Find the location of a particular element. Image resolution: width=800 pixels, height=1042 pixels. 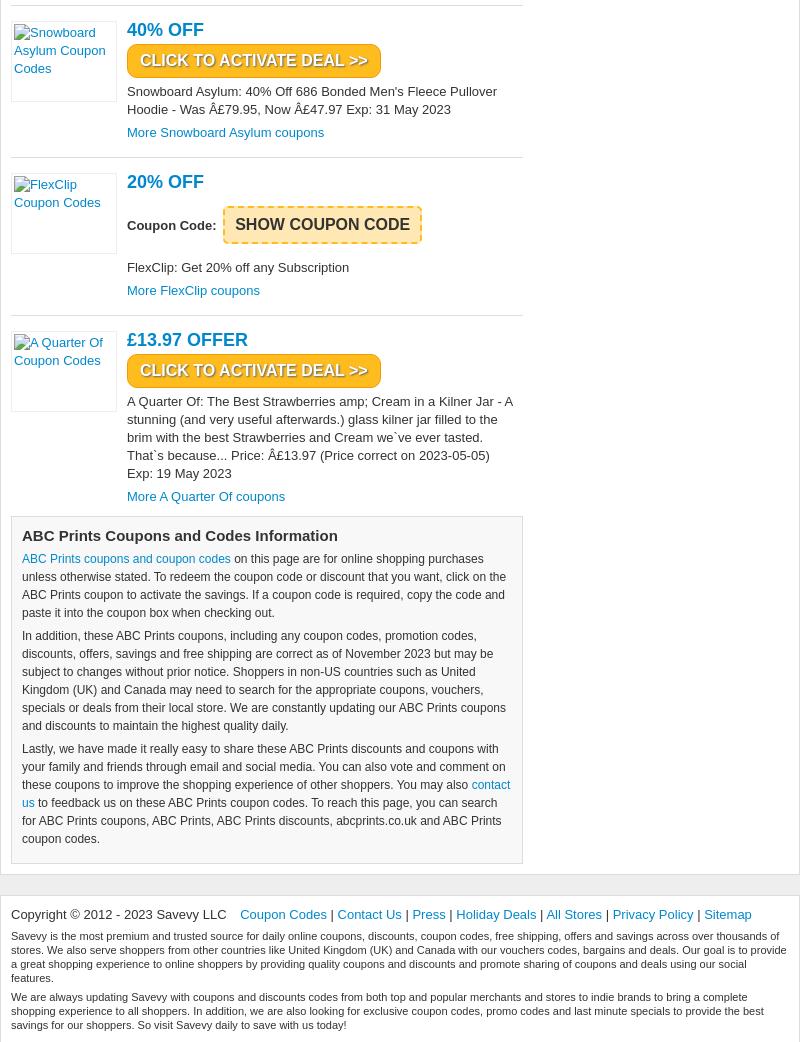

'Coupon Code:' is located at coordinates (172, 224).